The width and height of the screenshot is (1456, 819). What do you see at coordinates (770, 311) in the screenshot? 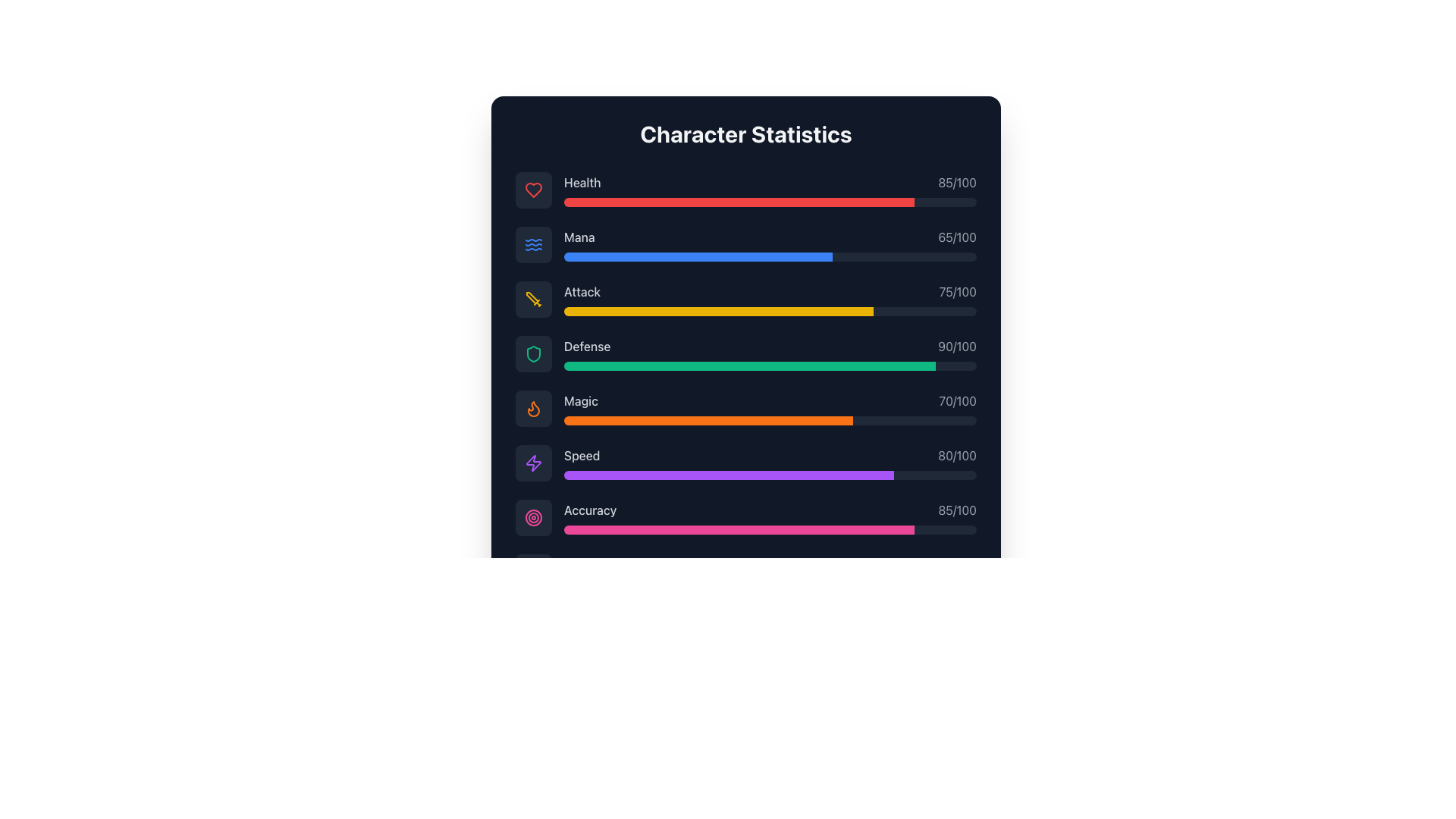
I see `the horizontal progress bar with a rounded design in the 'Attack' row of the 'Character Statistics' section, which has a gray background and a yellow filled portion covering approximately 75% of the bar's length` at bounding box center [770, 311].